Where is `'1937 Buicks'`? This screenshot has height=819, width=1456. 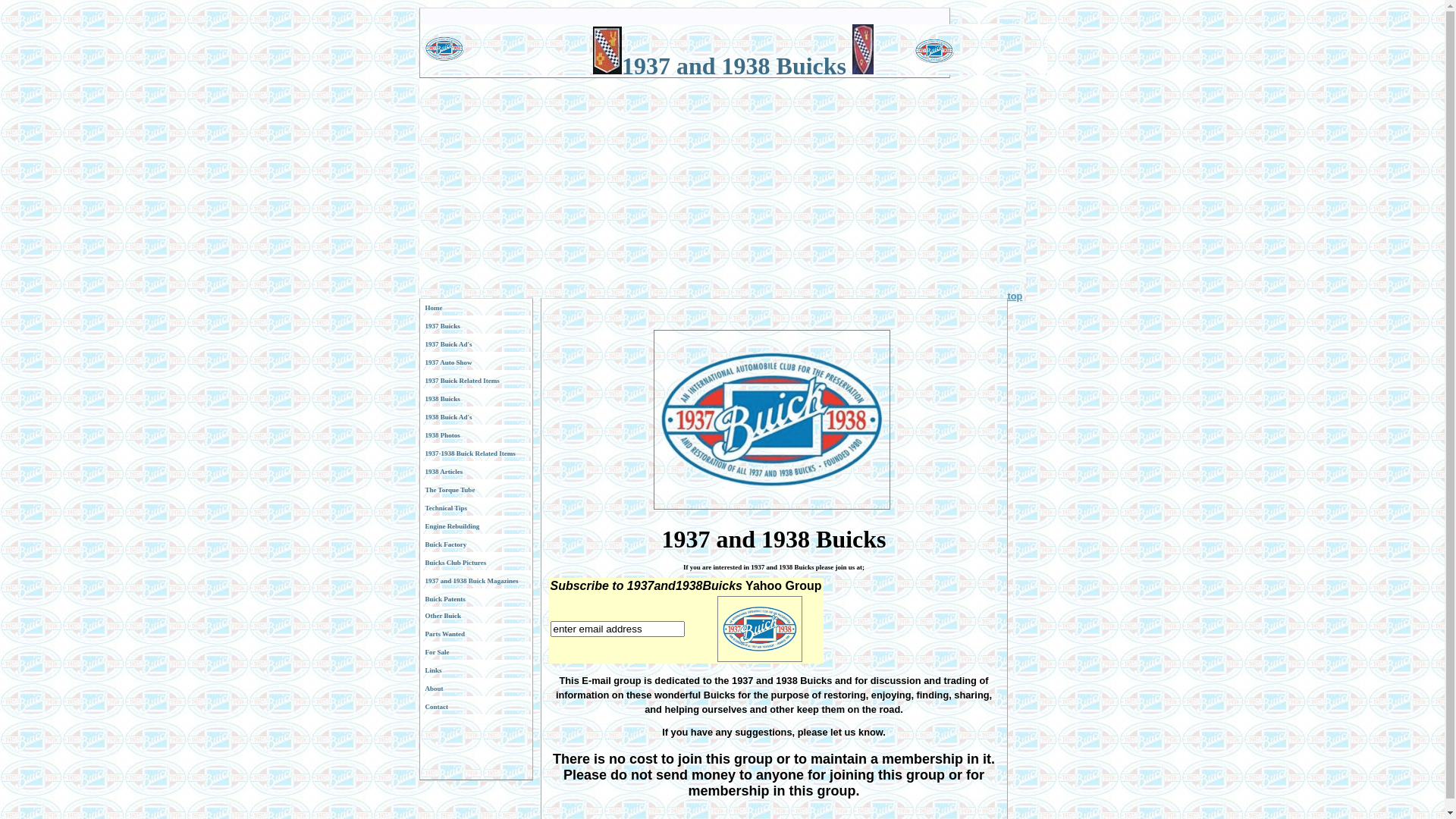 '1937 Buicks' is located at coordinates (475, 325).